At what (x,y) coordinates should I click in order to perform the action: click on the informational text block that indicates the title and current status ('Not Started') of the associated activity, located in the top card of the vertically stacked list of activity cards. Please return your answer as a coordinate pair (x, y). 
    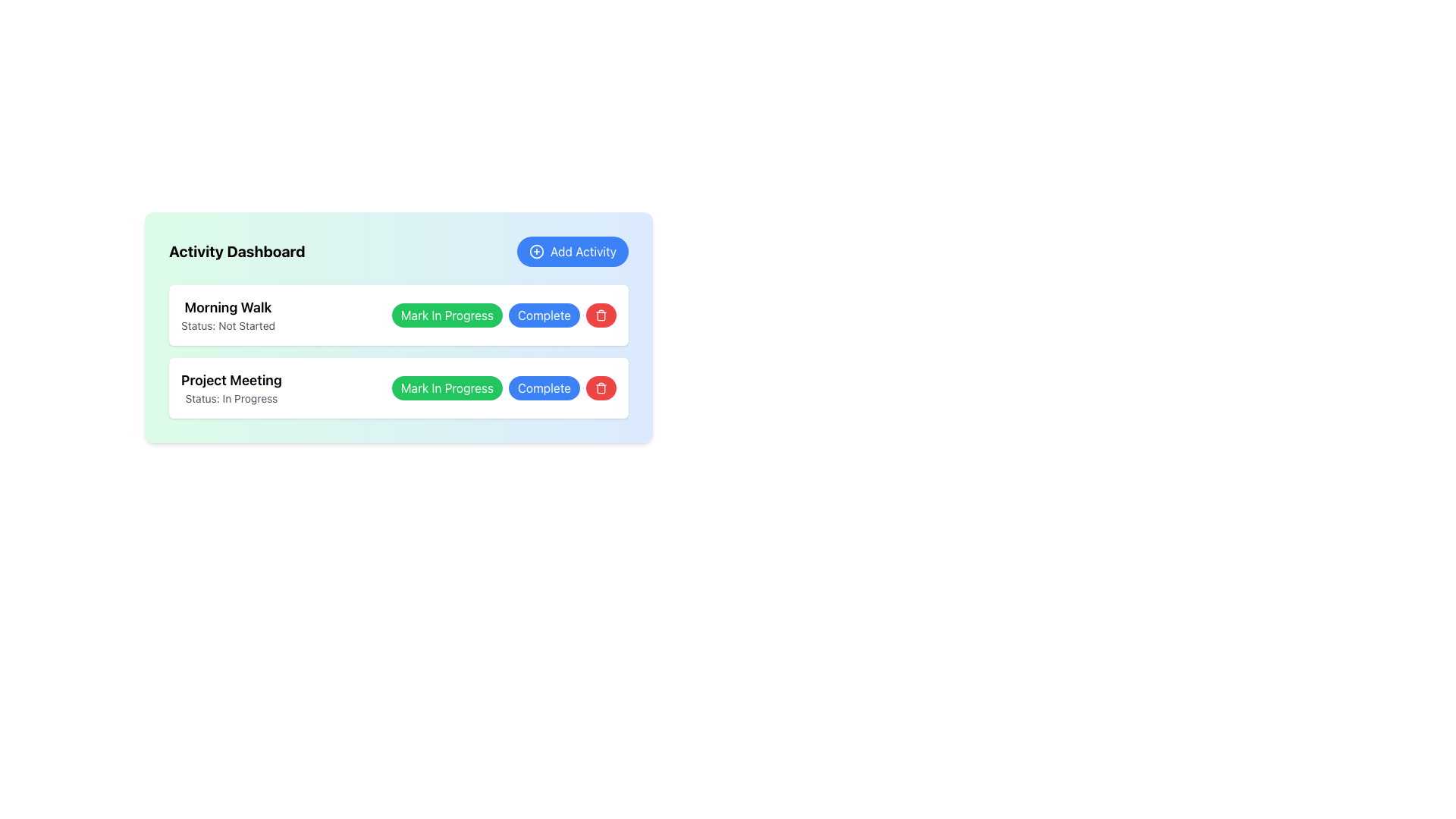
    Looking at the image, I should click on (227, 315).